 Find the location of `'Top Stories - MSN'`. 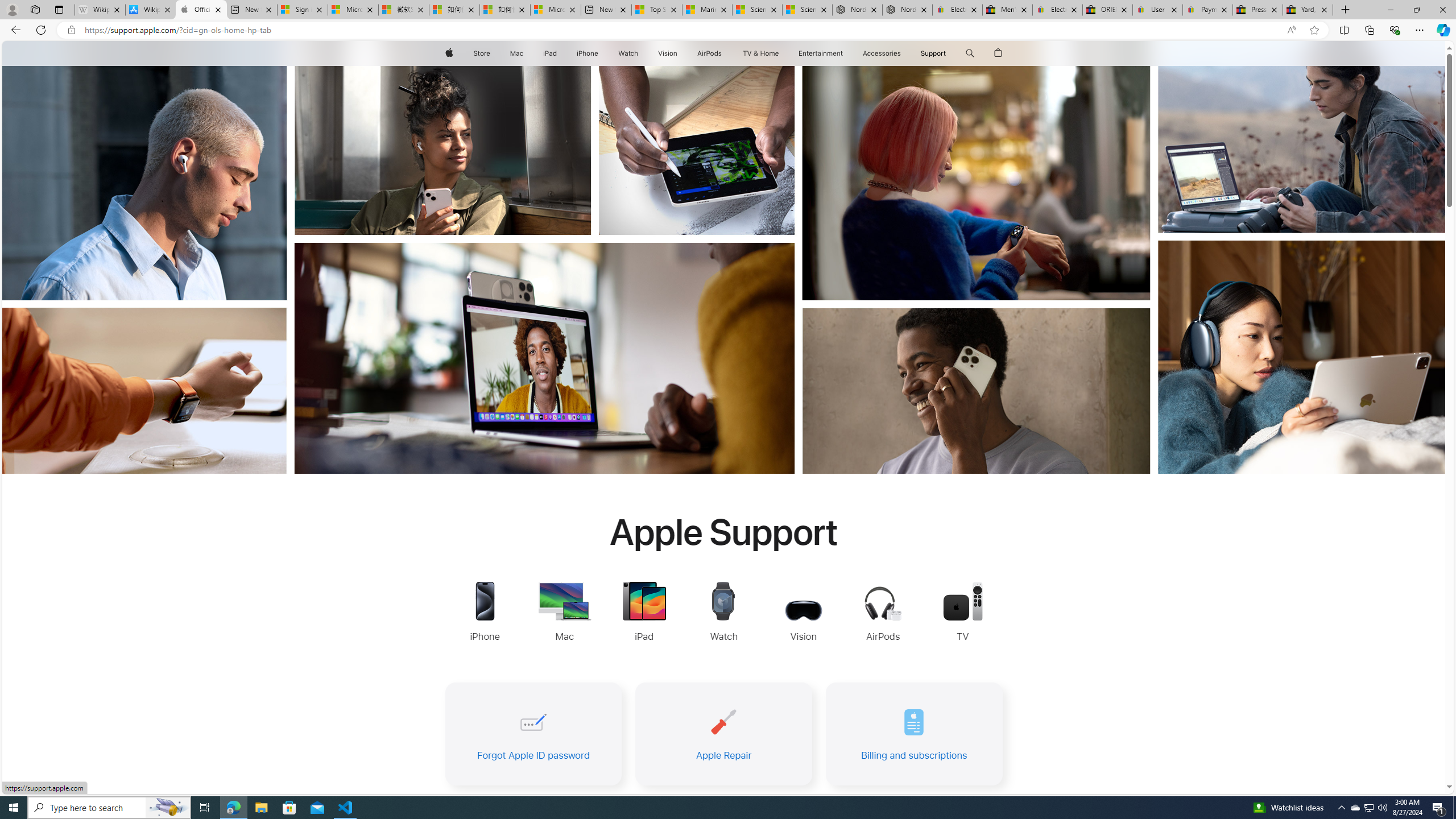

'Top Stories - MSN' is located at coordinates (656, 9).